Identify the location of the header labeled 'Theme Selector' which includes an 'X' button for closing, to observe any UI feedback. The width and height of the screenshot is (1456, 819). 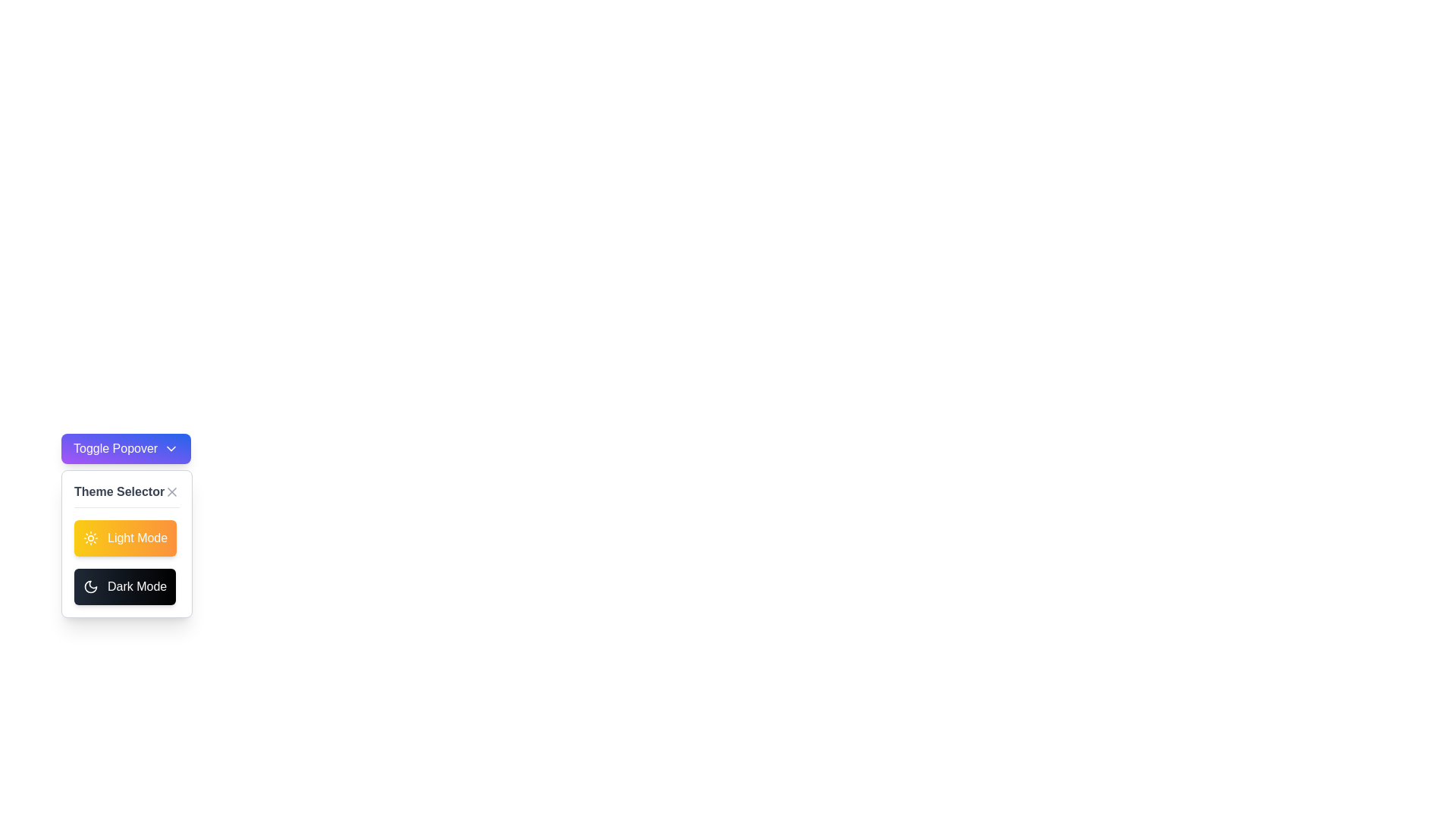
(127, 495).